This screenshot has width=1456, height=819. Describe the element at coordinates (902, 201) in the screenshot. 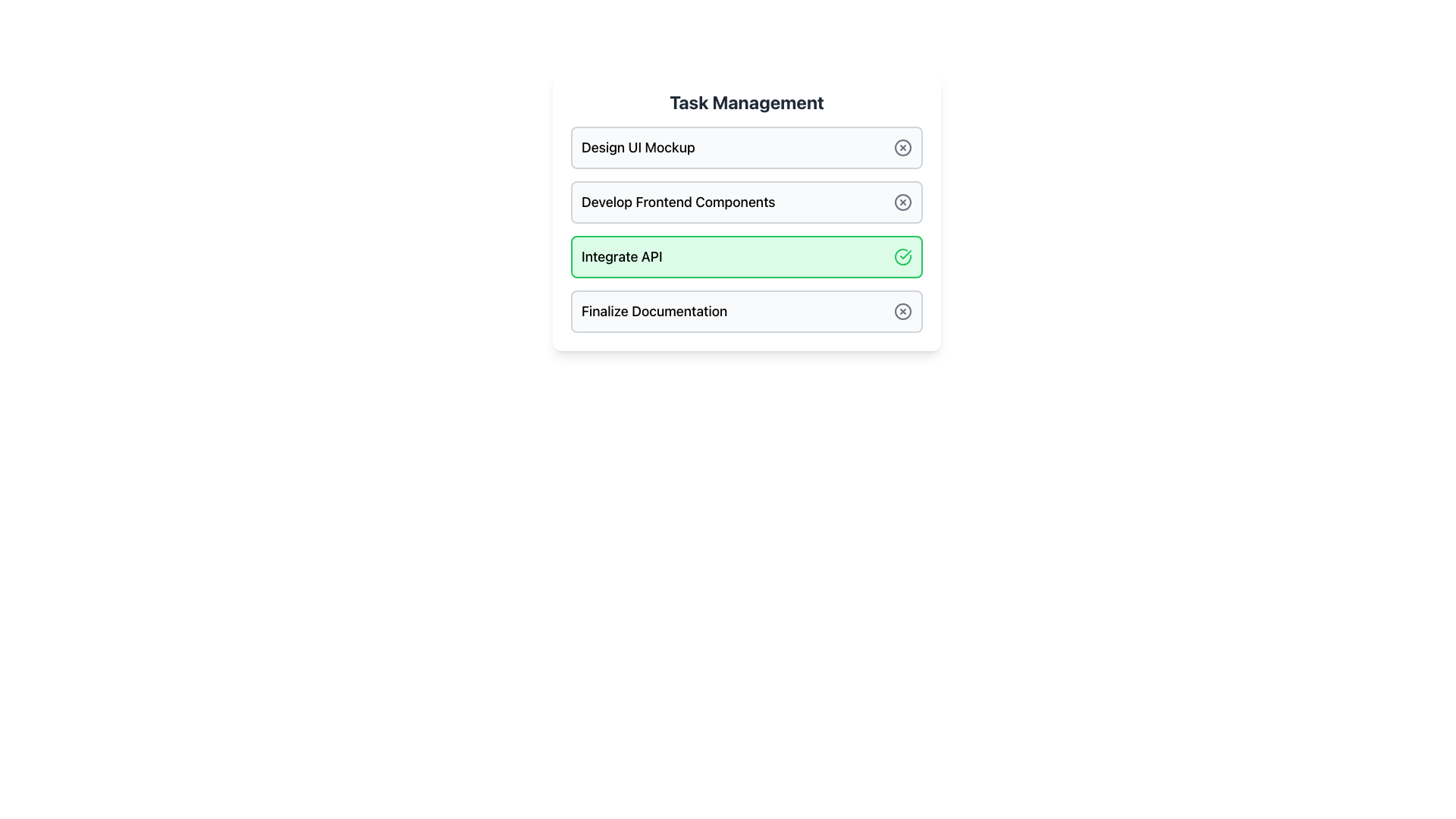

I see `the circular button with a cross mark inside, located` at that location.